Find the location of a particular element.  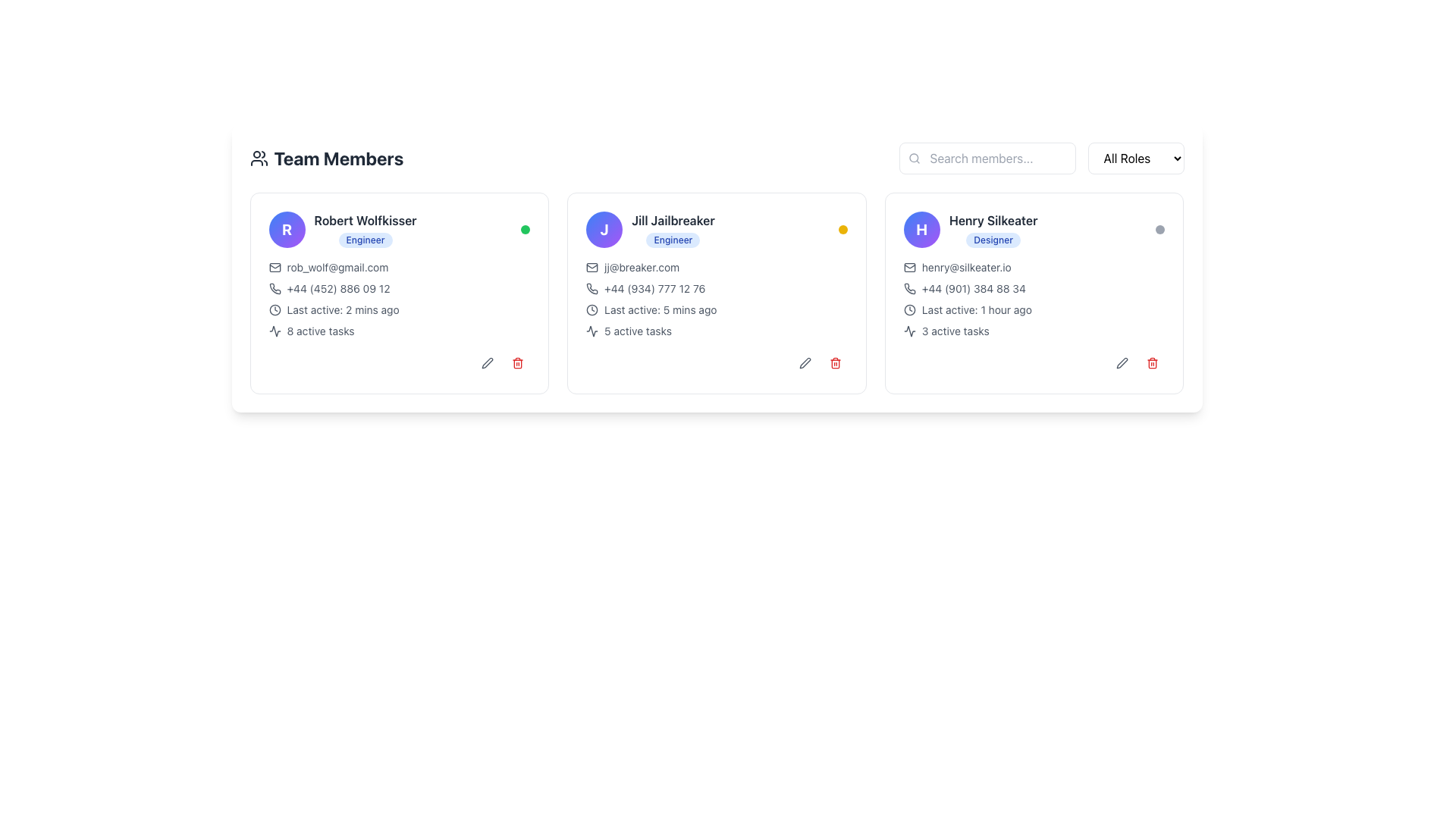

the hyperlink displaying the email address 'rob_wolf@gmail.com' to trigger the color change effect to blue is located at coordinates (337, 267).